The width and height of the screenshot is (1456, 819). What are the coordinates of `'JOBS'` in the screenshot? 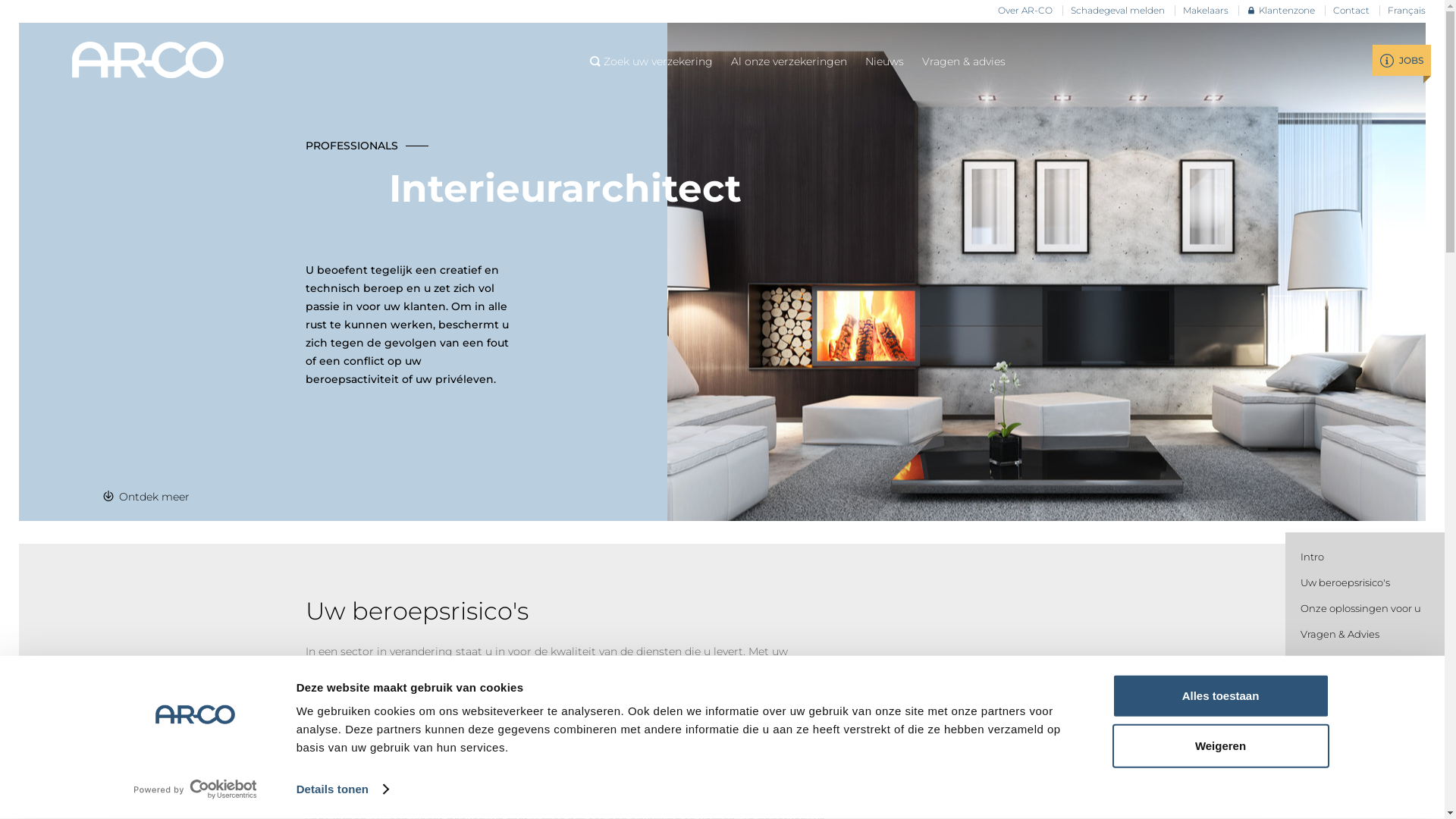 It's located at (1401, 59).